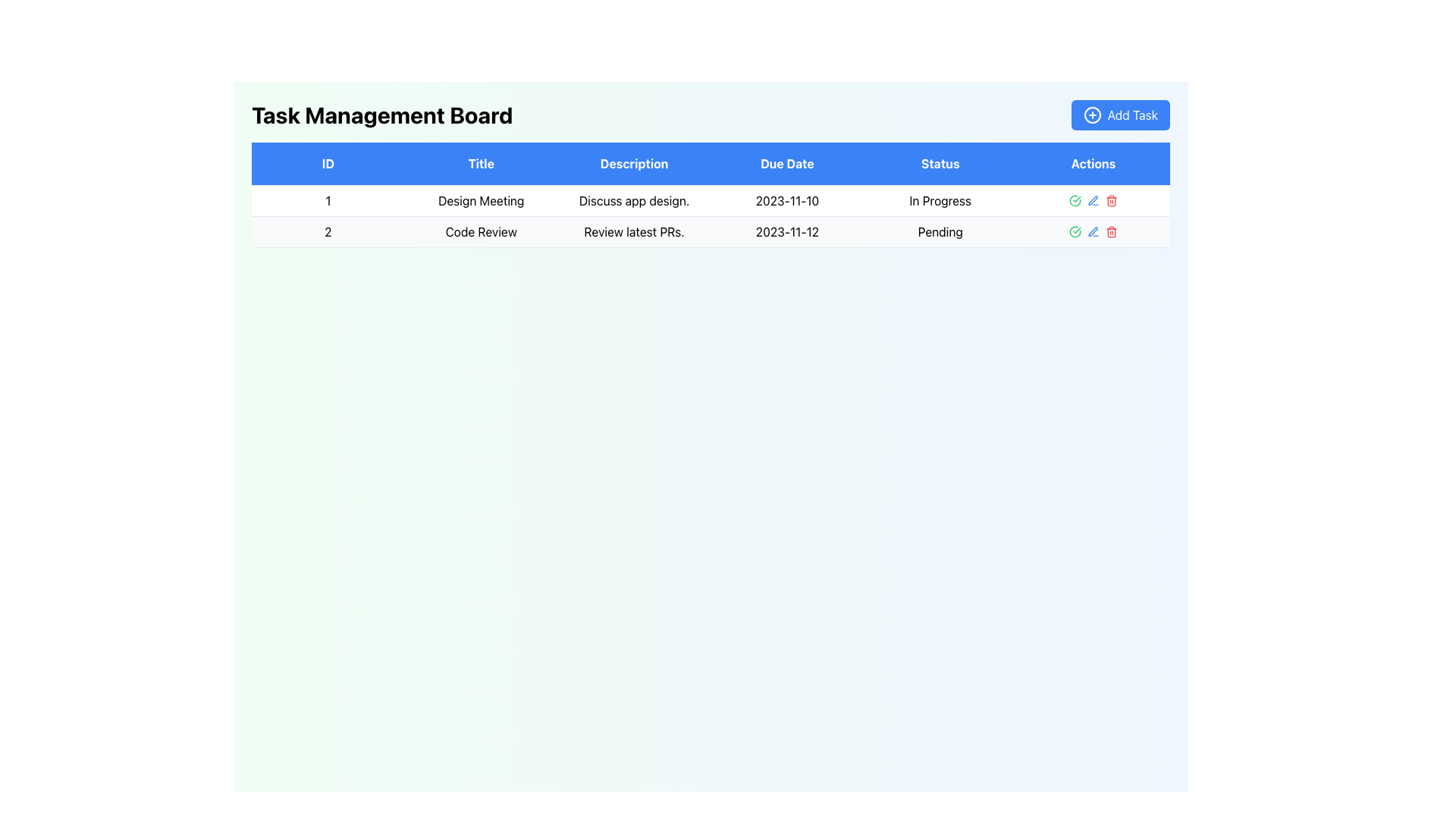  What do you see at coordinates (787, 231) in the screenshot?
I see `the text label displaying '2023-11-12' located in the 'Due Date' column of the second row in the 'Task Management Board' table` at bounding box center [787, 231].